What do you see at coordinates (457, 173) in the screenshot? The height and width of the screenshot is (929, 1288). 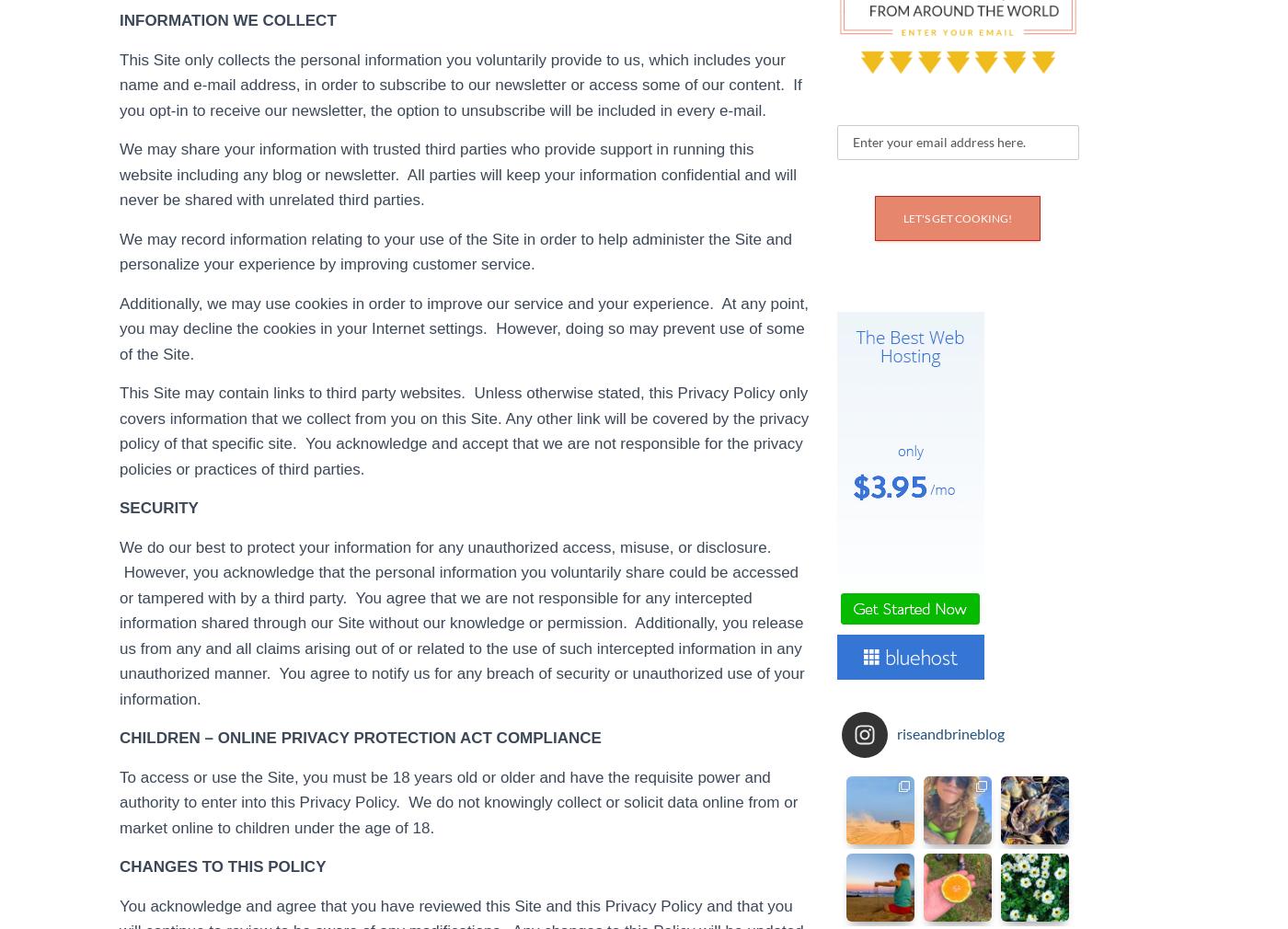 I see `'We may share your information with trusted third parties who provide support in running this website including any blog or newsletter.  All parties will keep your information confidential and will never be shared with unrelated third parties.'` at bounding box center [457, 173].